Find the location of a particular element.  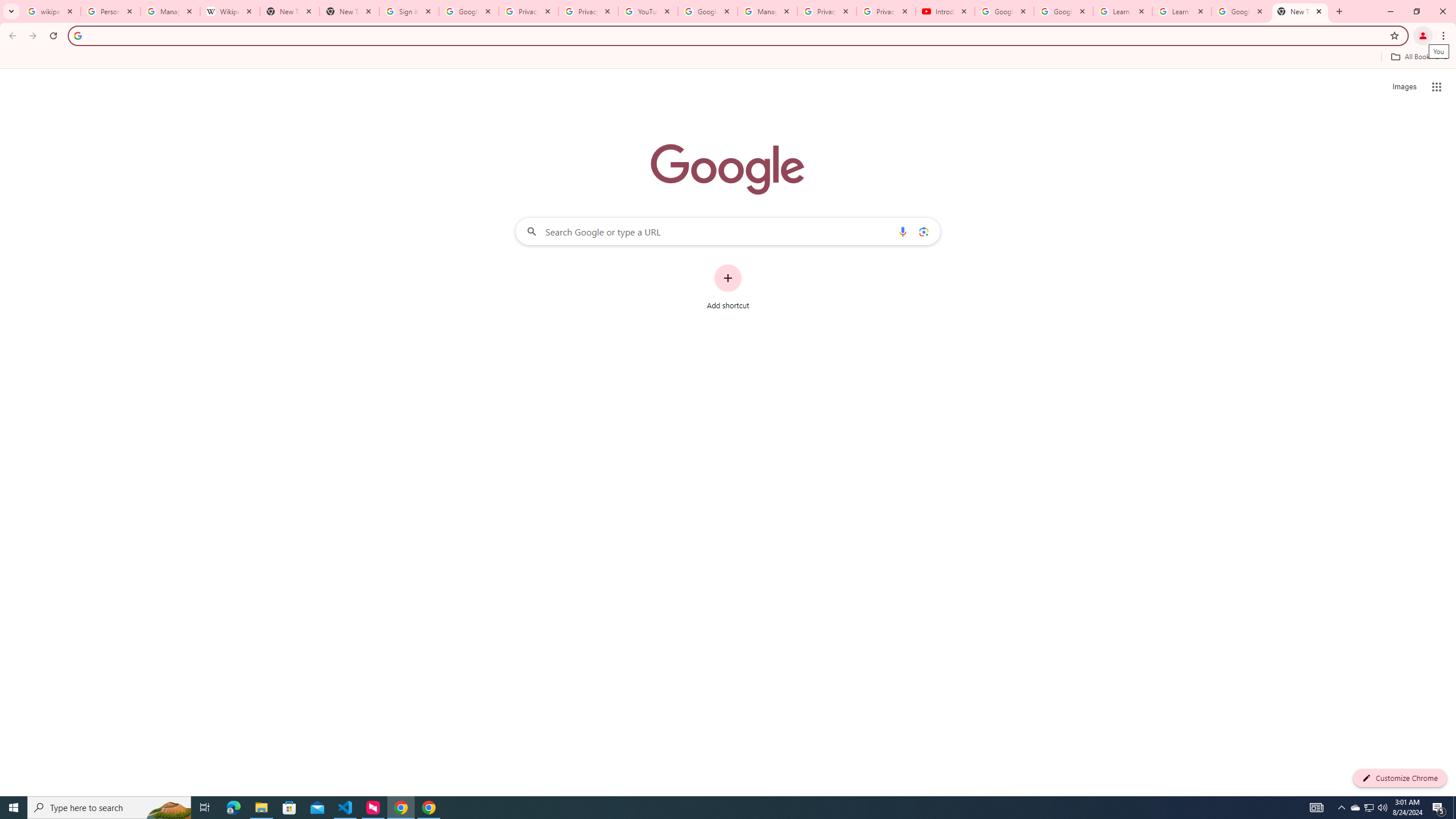

'Sign in - Google Accounts' is located at coordinates (408, 11).